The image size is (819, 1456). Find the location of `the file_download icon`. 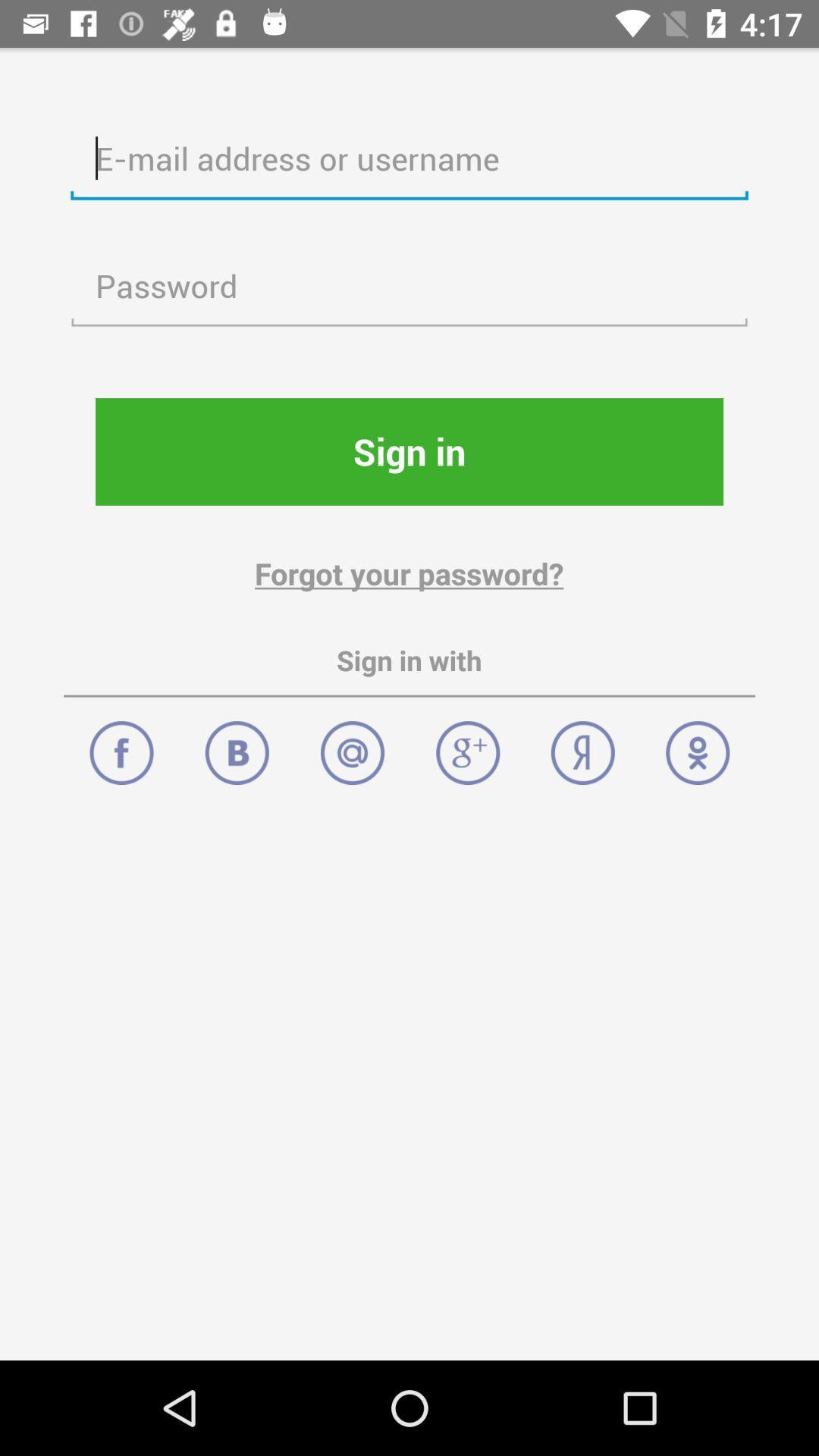

the file_download icon is located at coordinates (237, 745).